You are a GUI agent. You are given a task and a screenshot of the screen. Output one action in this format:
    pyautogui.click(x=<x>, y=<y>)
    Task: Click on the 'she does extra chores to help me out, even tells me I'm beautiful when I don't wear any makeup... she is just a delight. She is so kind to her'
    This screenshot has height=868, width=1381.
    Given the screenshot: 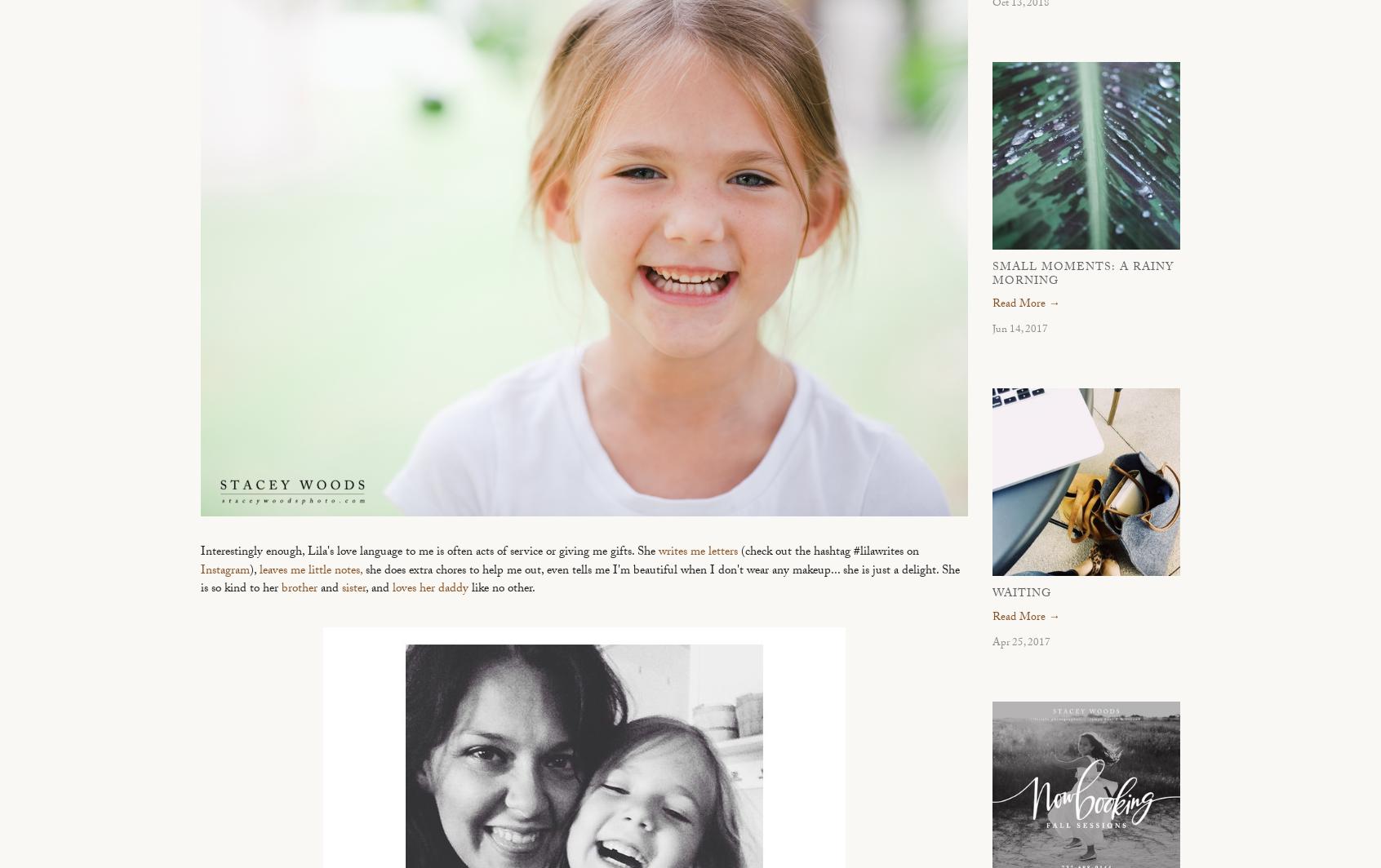 What is the action you would take?
    pyautogui.click(x=579, y=580)
    